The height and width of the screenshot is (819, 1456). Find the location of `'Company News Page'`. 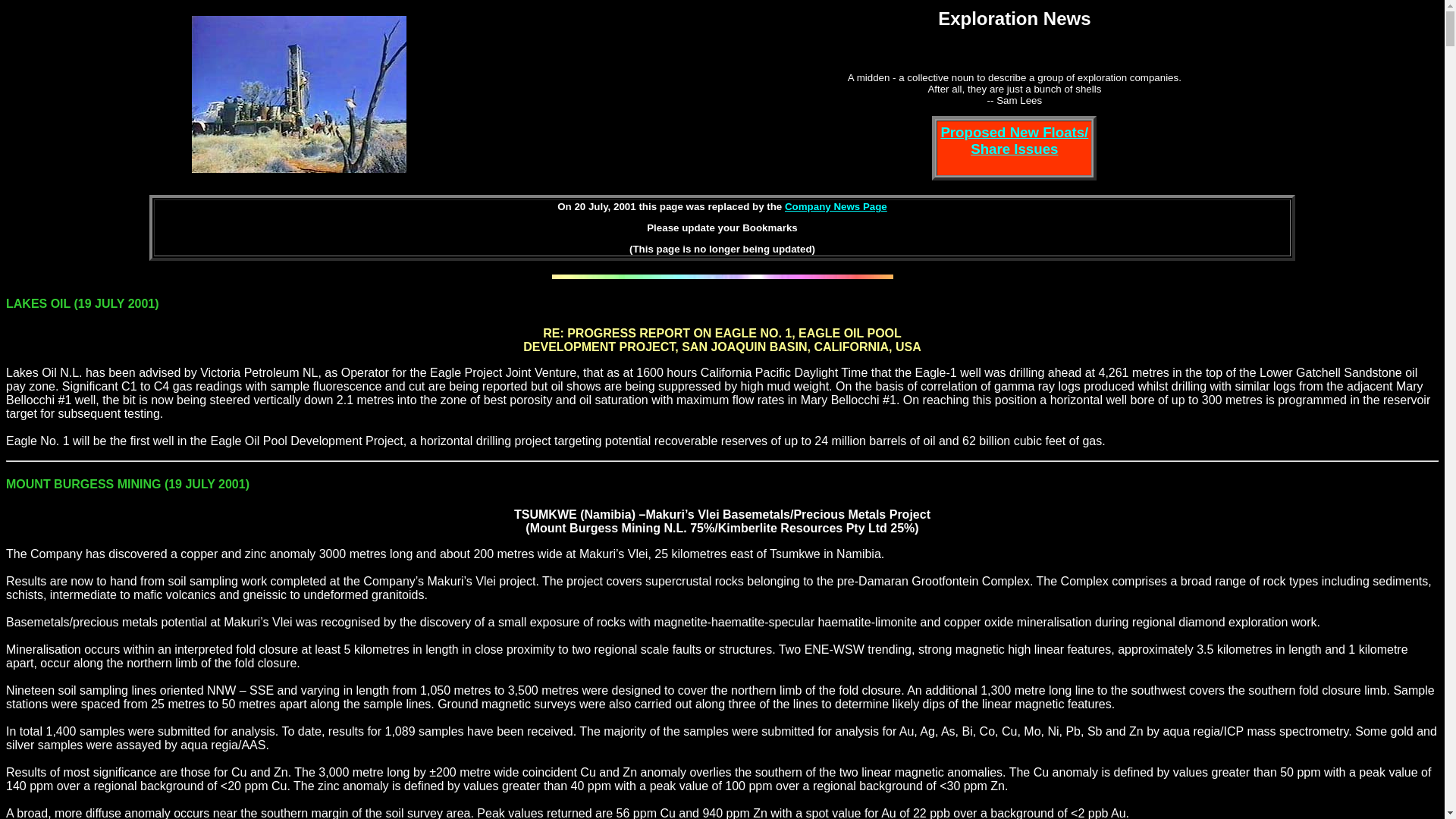

'Company News Page' is located at coordinates (835, 206).